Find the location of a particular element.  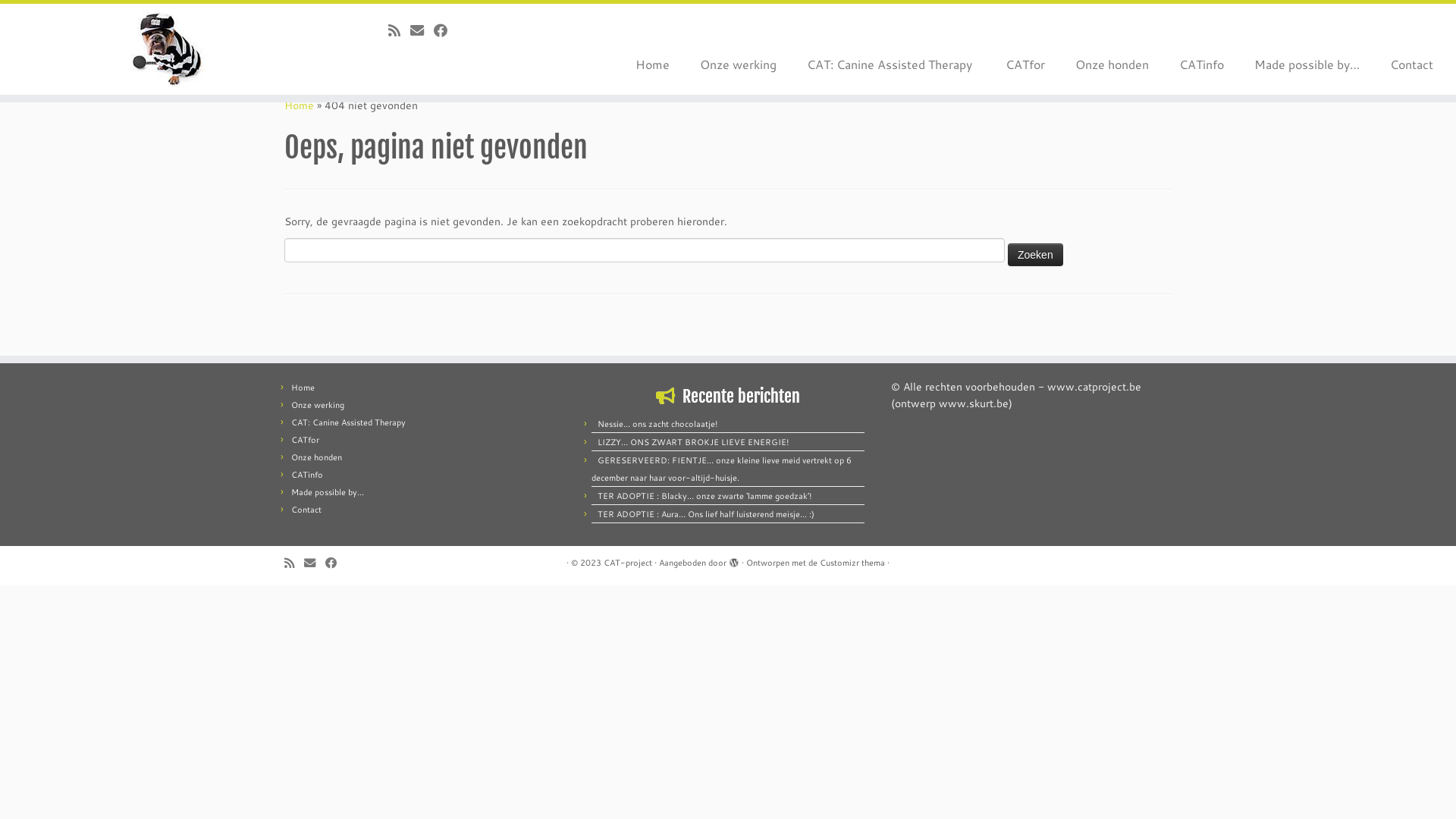

'CAT-project' is located at coordinates (628, 563).